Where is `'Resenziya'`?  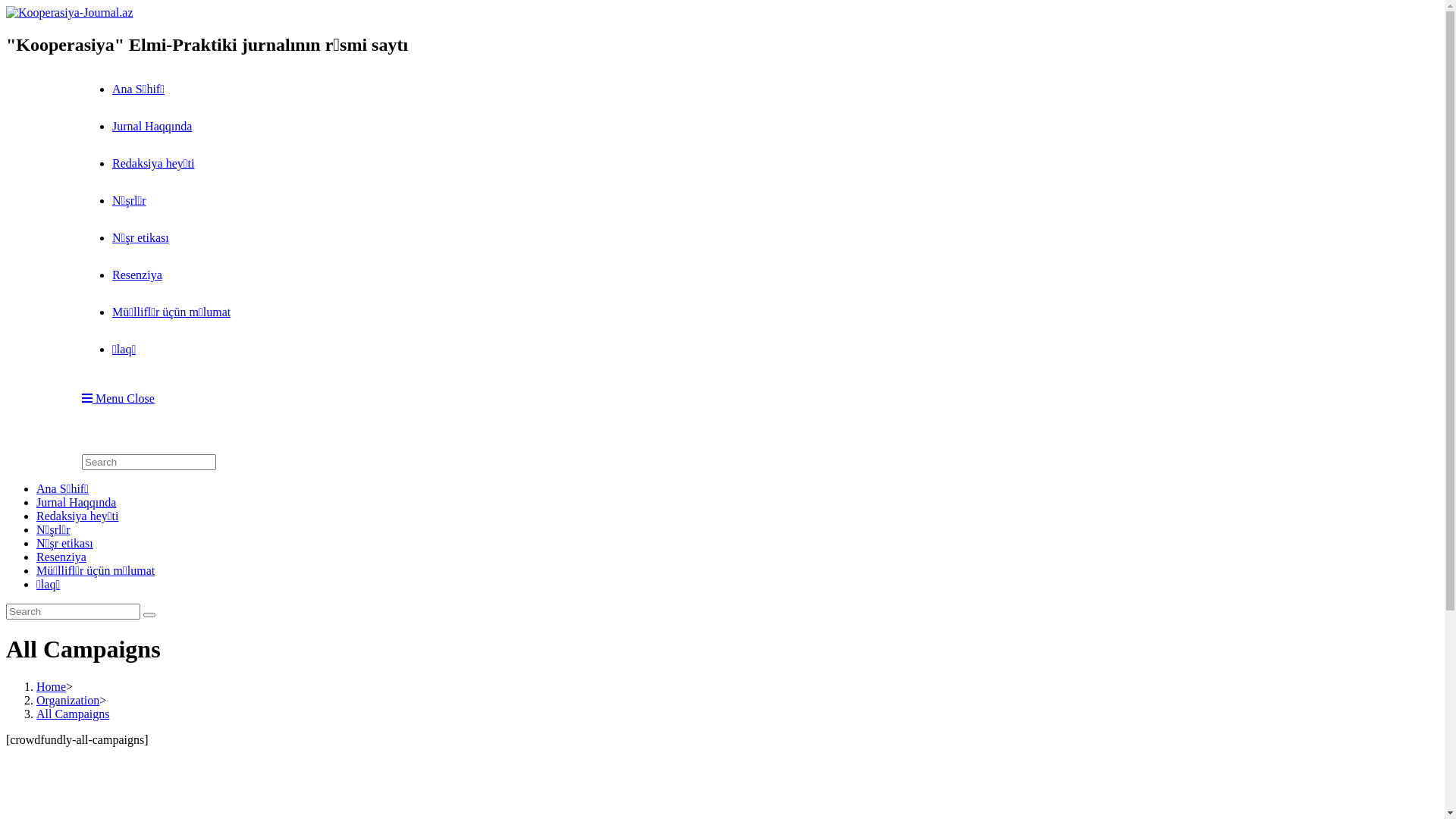
'Resenziya' is located at coordinates (111, 275).